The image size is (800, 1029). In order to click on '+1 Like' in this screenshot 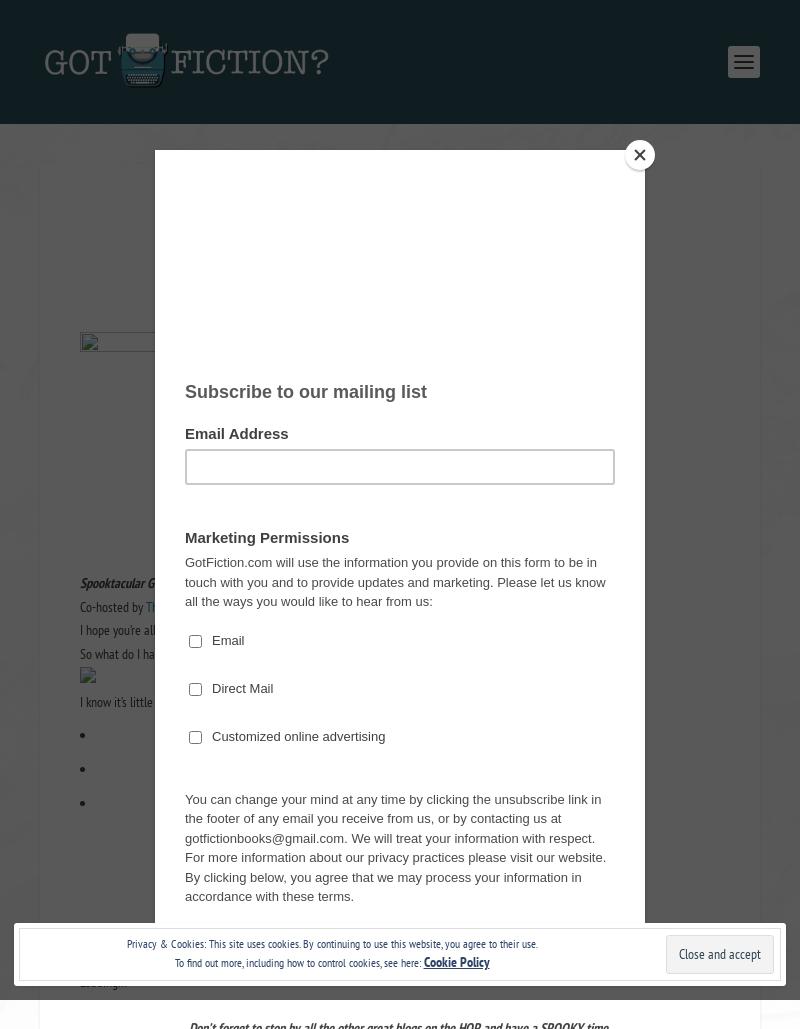, I will do `click(339, 910)`.